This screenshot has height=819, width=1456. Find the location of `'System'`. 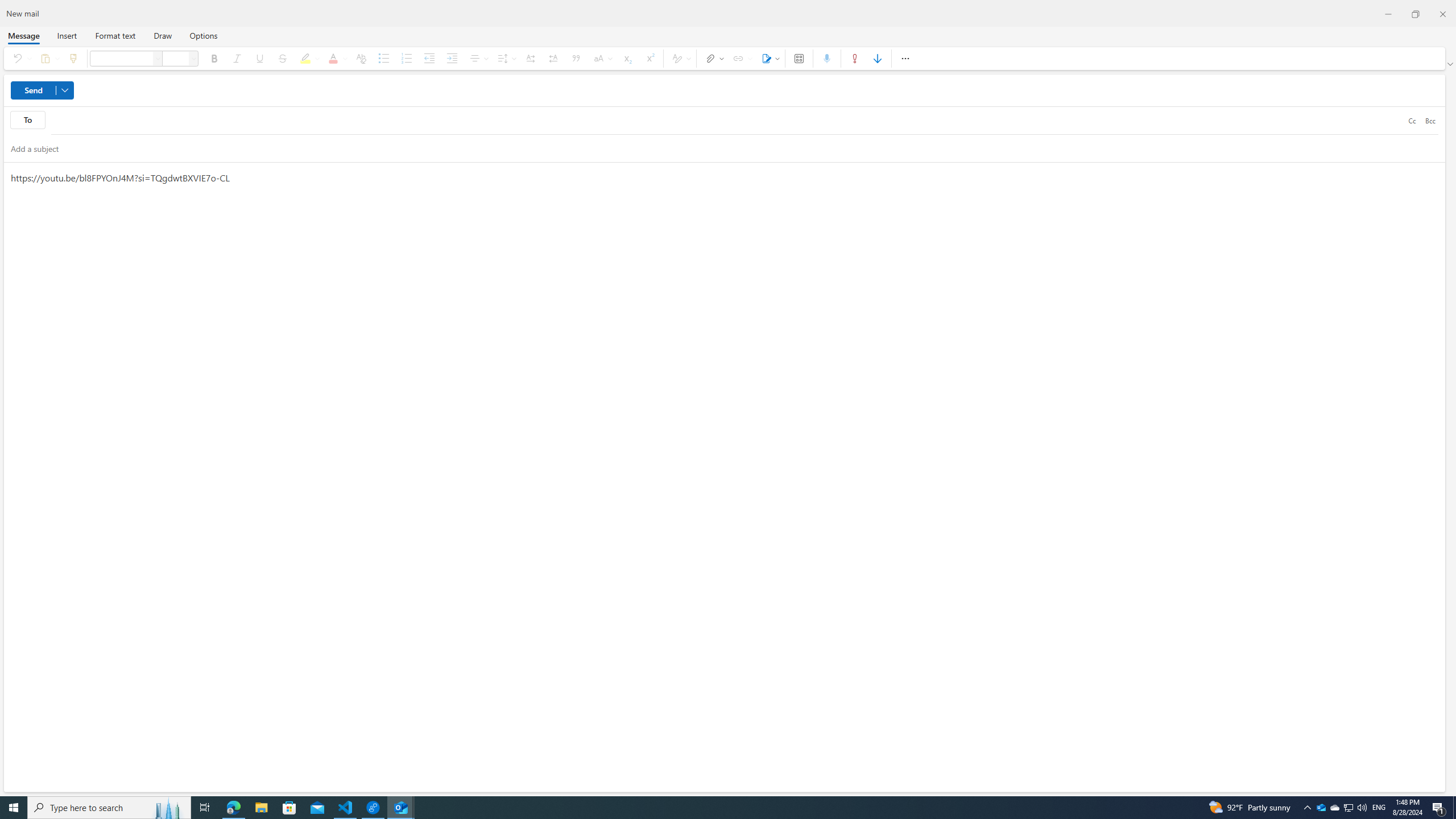

'System' is located at coordinates (6, 5).